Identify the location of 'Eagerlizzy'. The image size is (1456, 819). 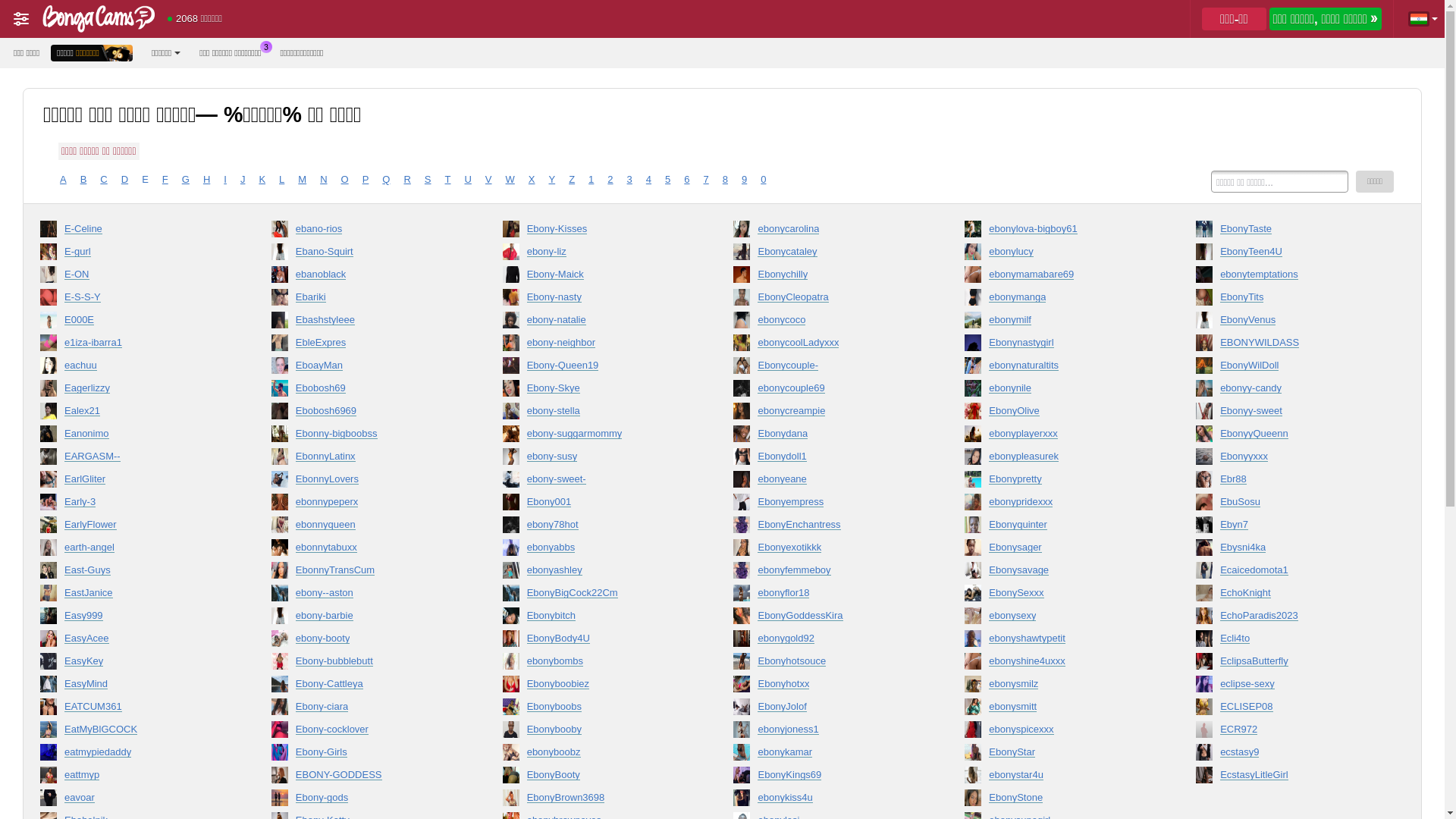
(39, 391).